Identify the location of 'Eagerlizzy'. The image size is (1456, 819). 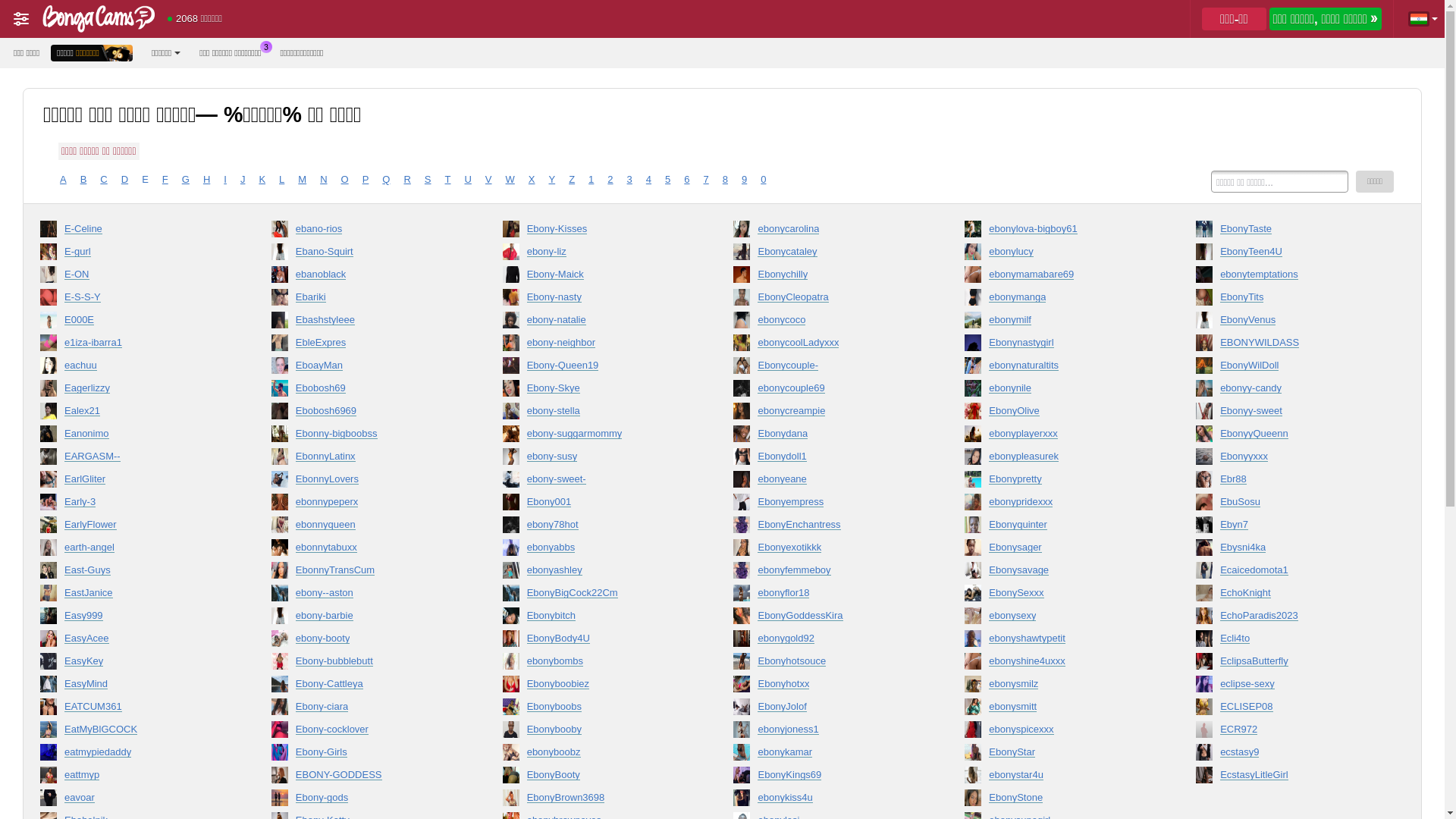
(39, 391).